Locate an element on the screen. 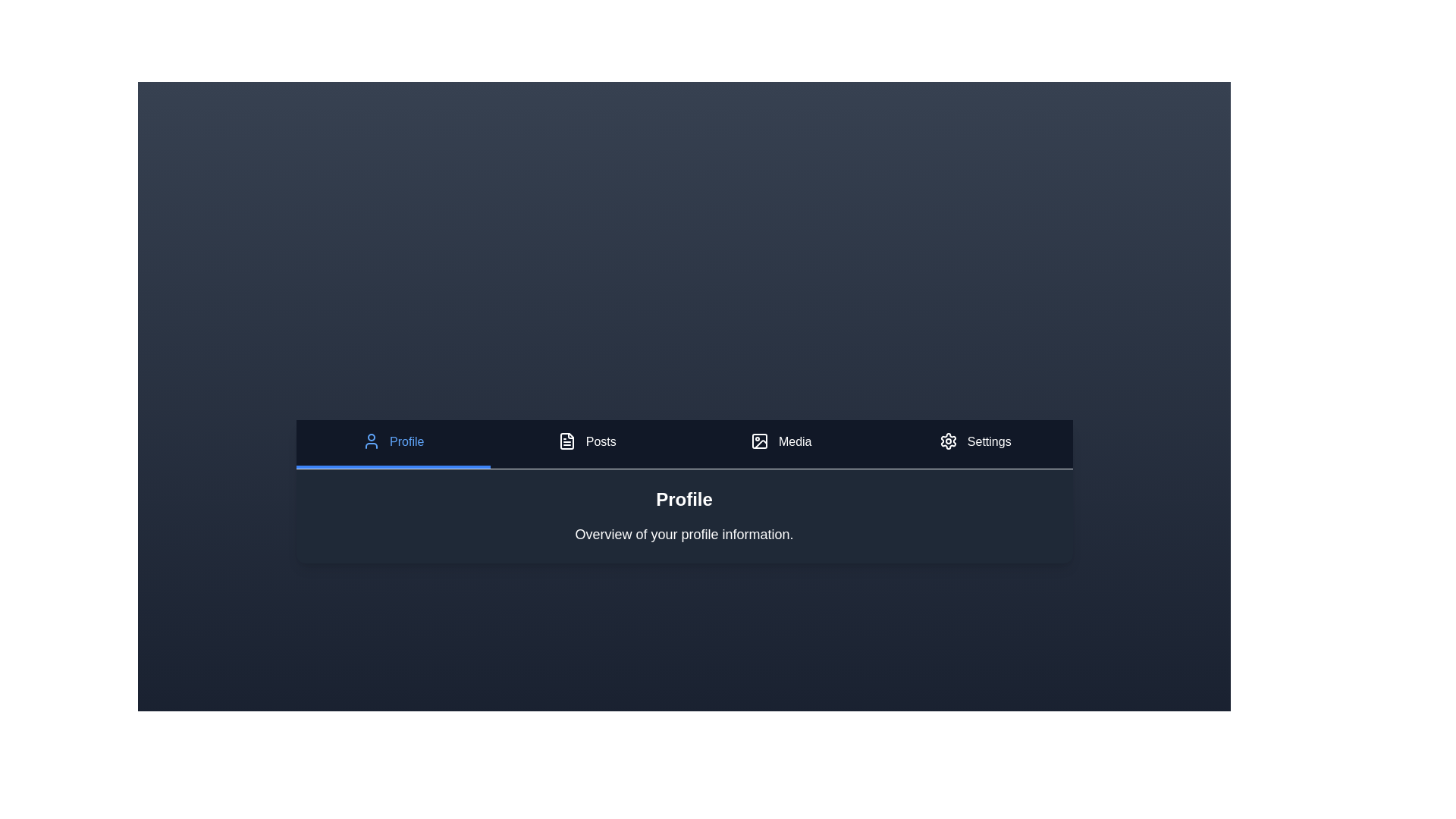 The height and width of the screenshot is (819, 1456). the tab corresponding to Profile to display its content is located at coordinates (393, 444).